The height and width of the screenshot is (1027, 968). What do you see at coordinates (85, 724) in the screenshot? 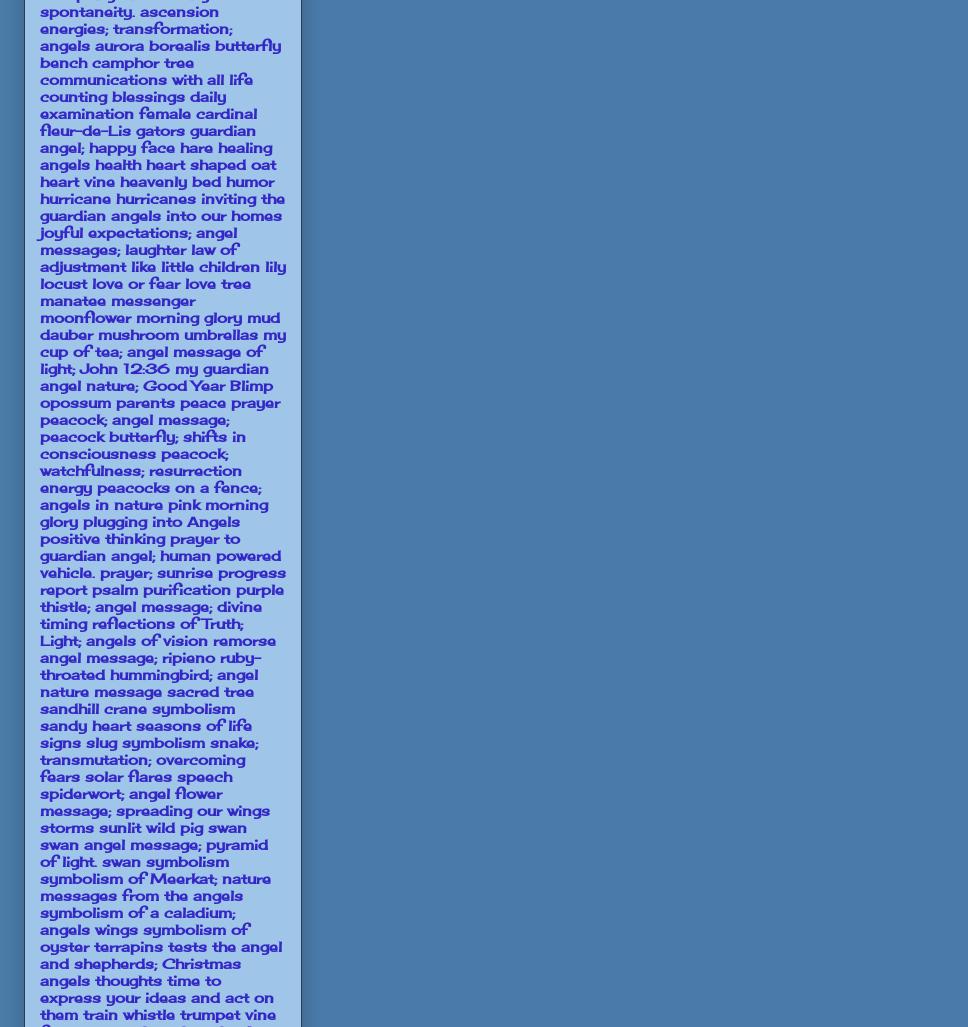
I see `'sandy heart'` at bounding box center [85, 724].